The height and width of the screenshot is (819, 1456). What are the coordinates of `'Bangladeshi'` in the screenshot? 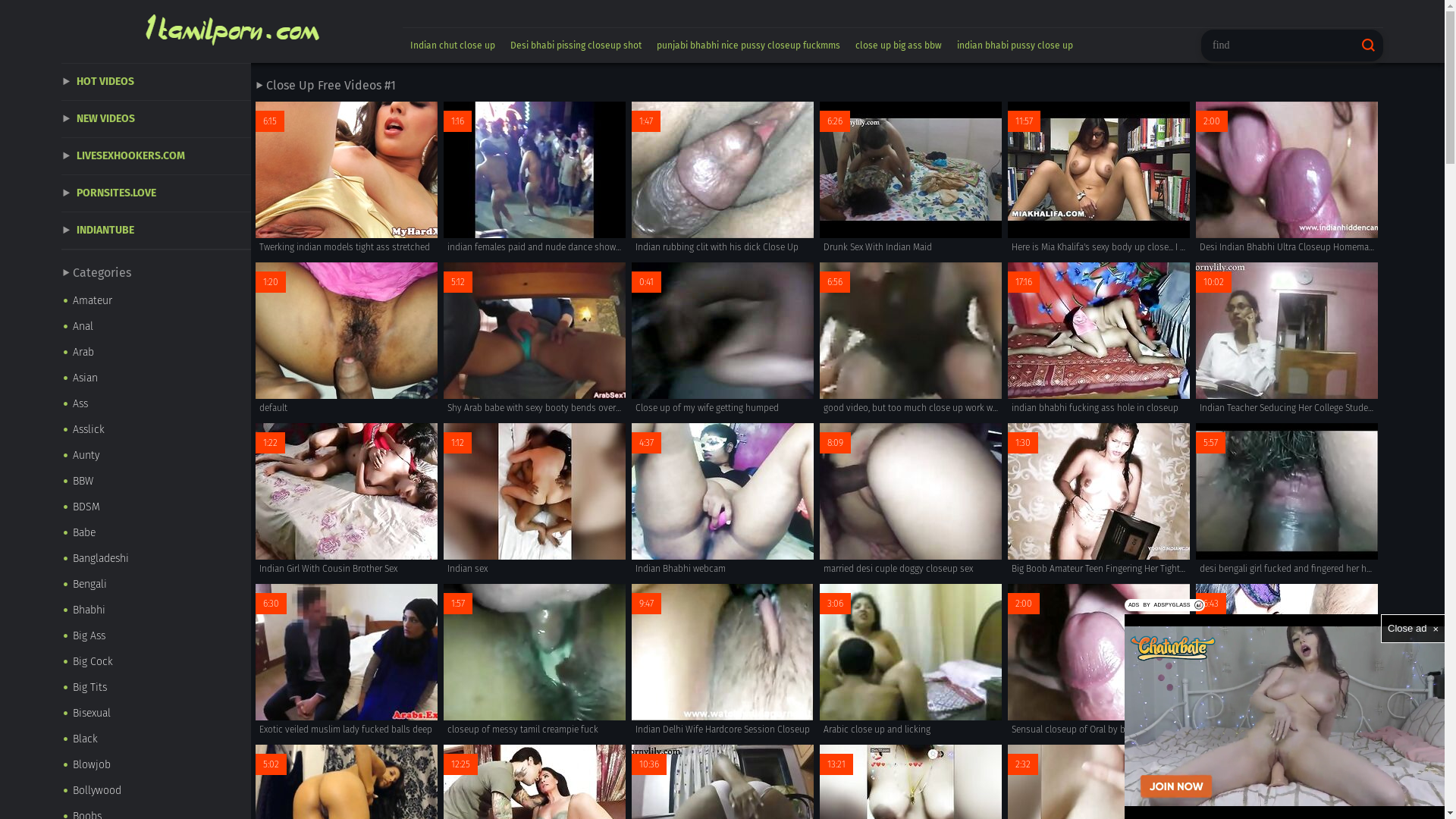 It's located at (156, 558).